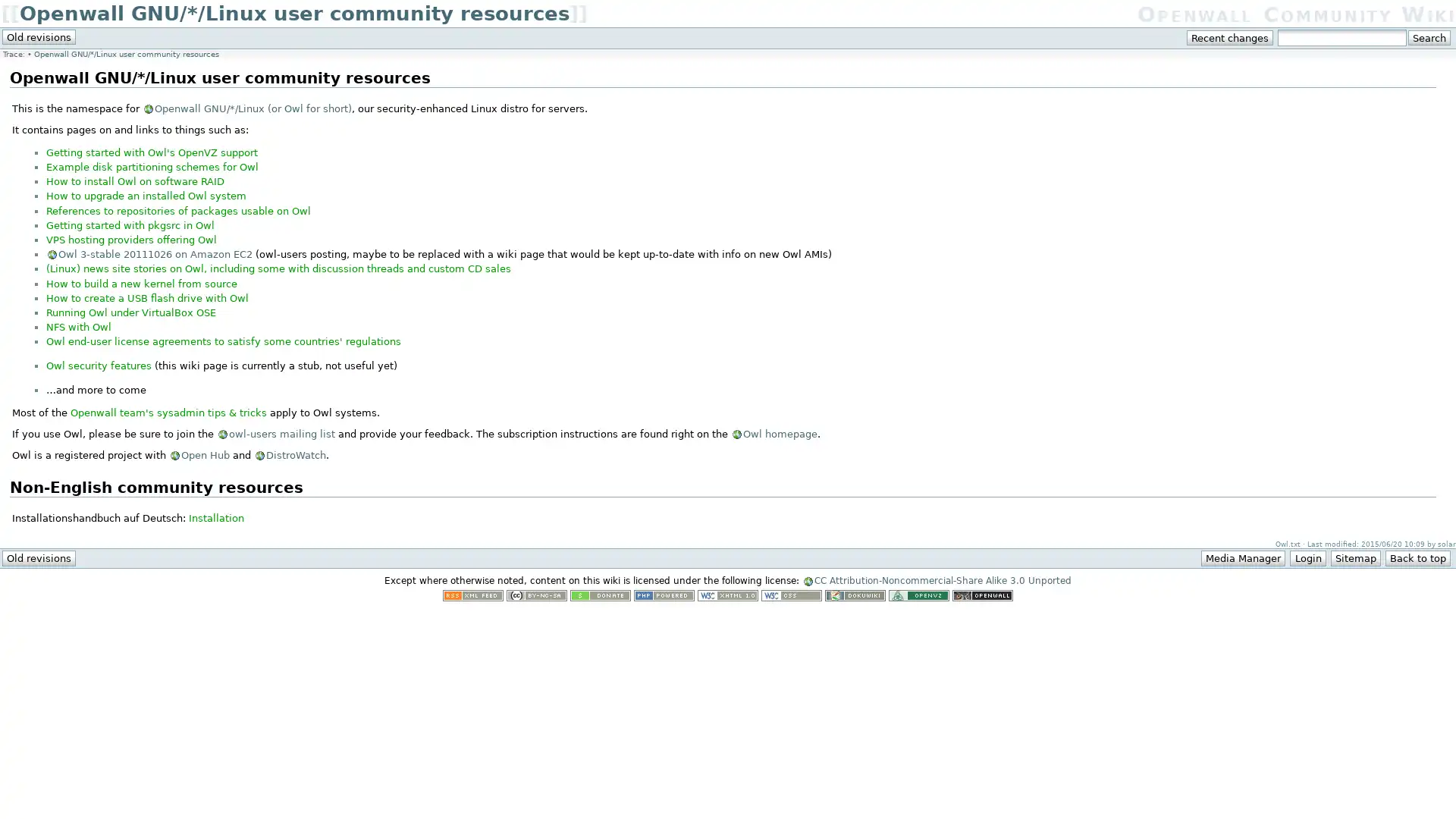  Describe the element at coordinates (1428, 37) in the screenshot. I see `Search` at that location.